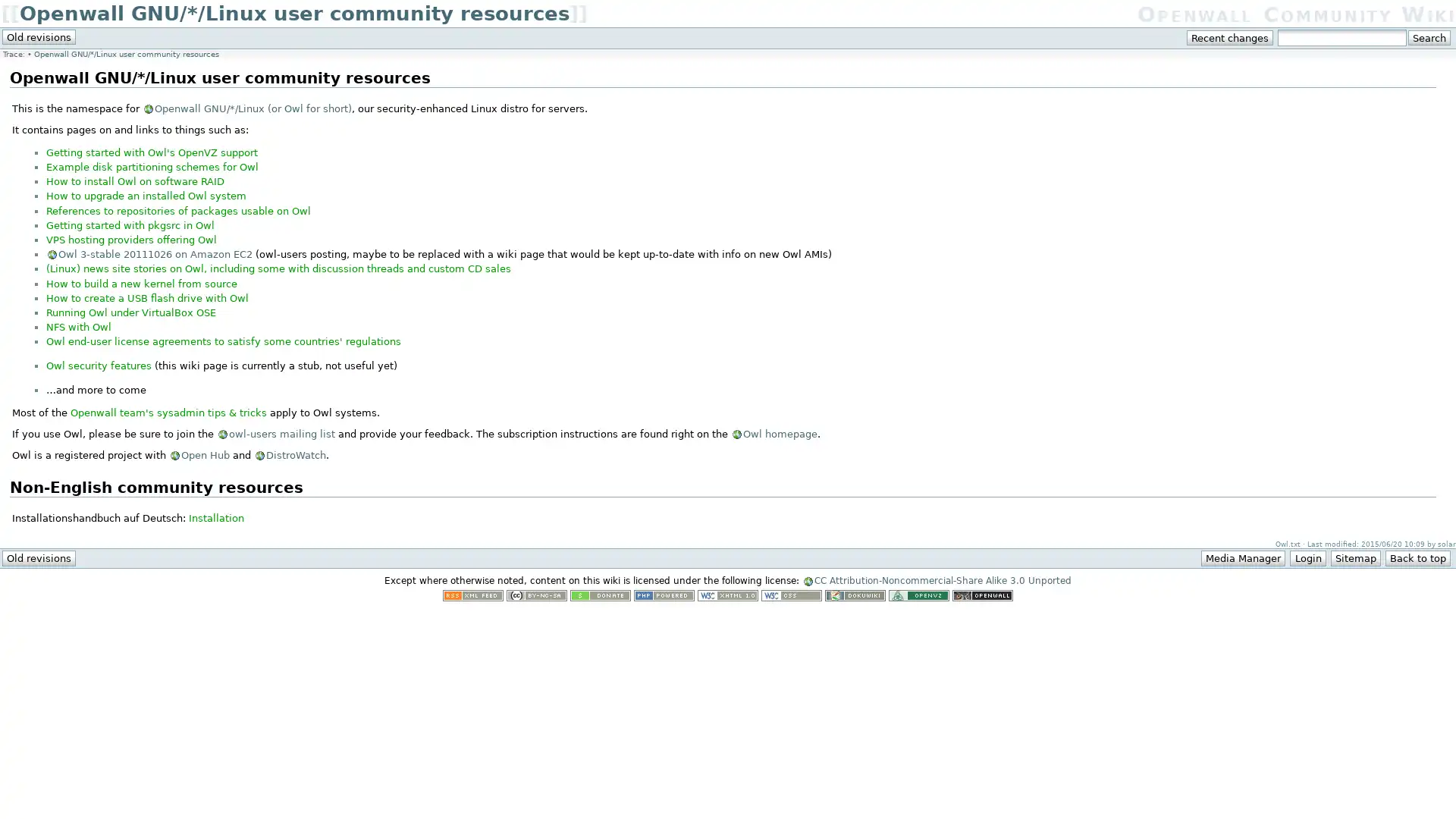  Describe the element at coordinates (1428, 37) in the screenshot. I see `Search` at that location.